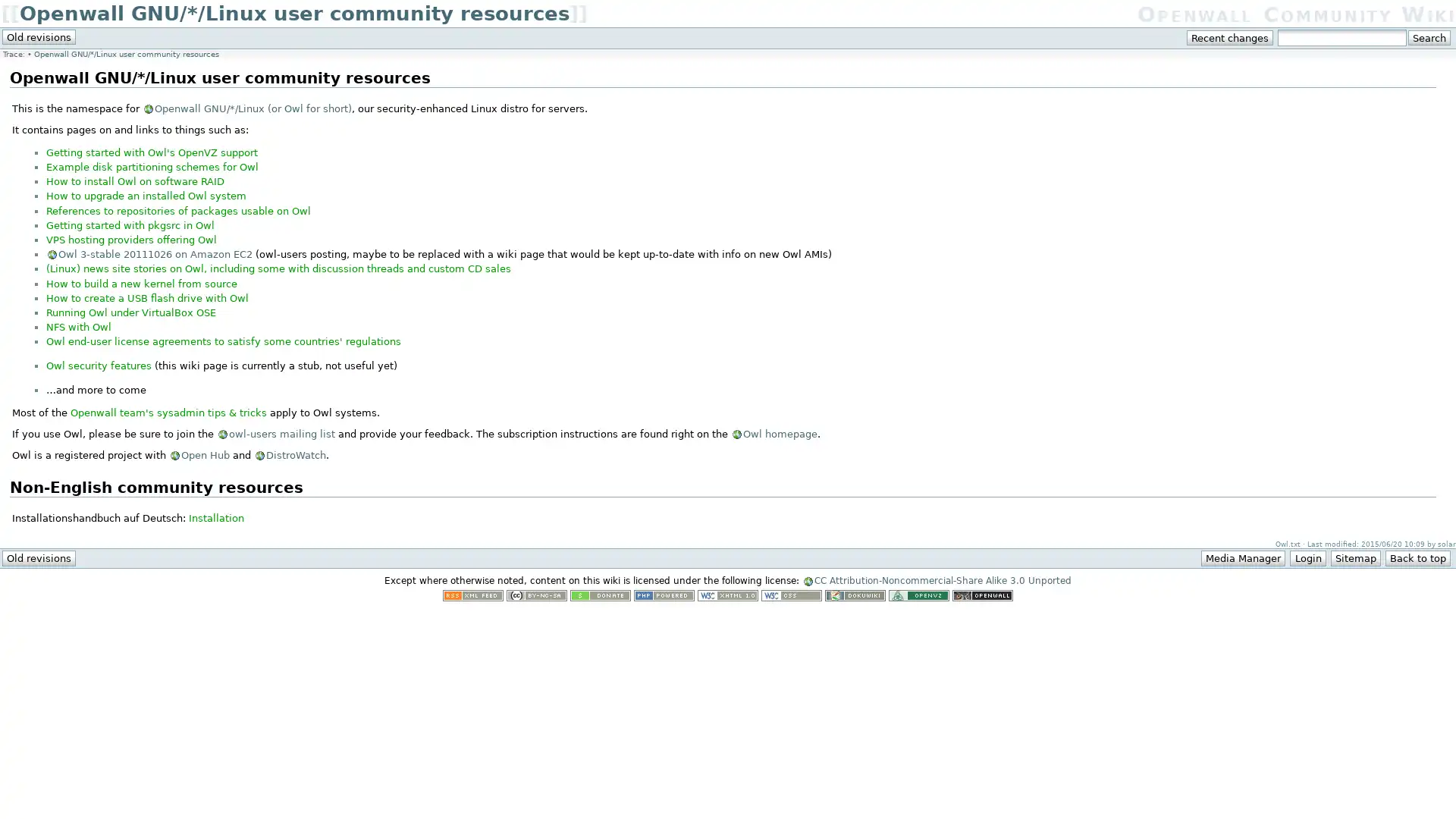  Describe the element at coordinates (1428, 37) in the screenshot. I see `Search` at that location.